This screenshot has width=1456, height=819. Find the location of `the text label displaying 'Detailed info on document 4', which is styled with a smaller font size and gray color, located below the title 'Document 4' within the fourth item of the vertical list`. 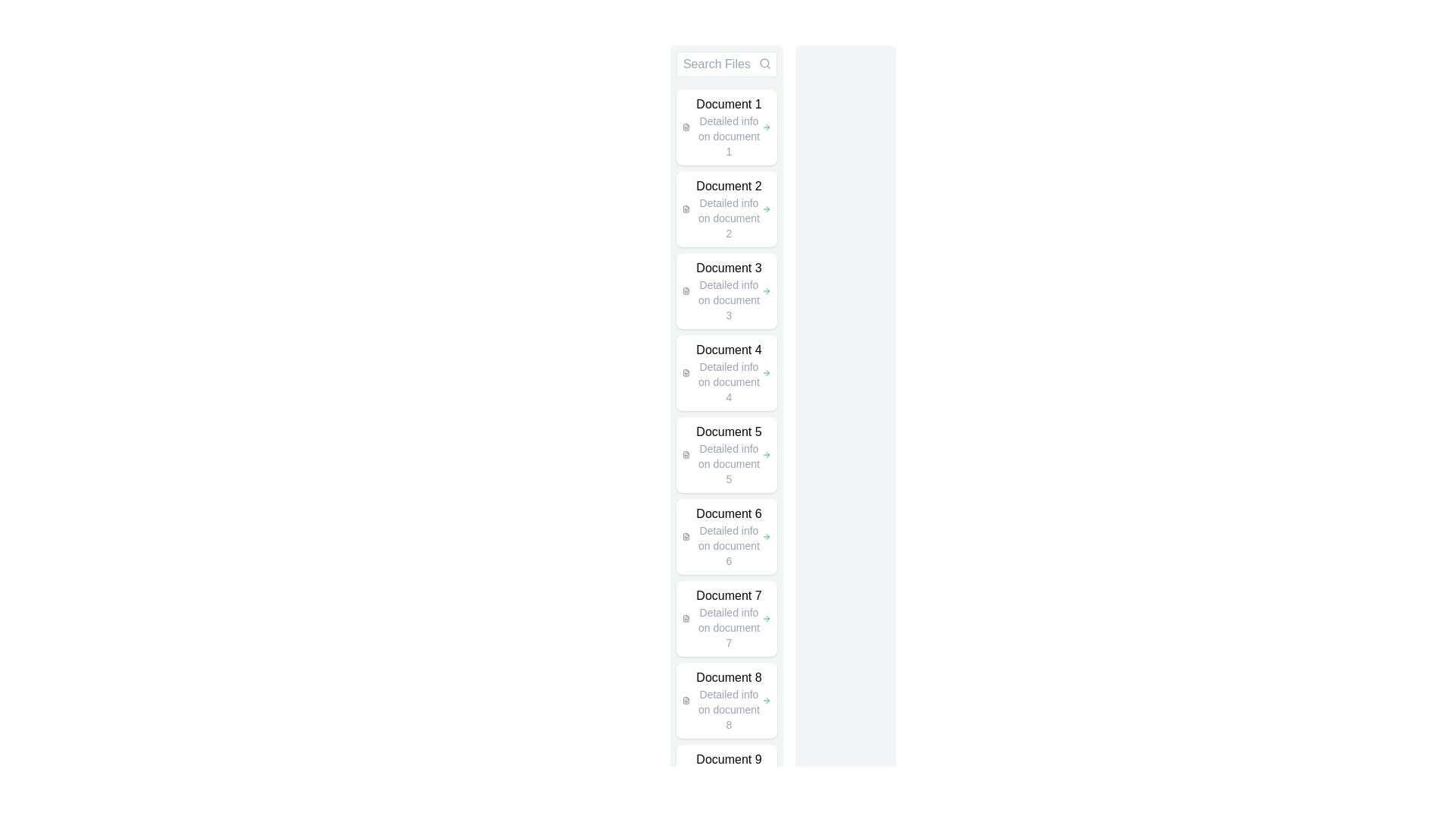

the text label displaying 'Detailed info on document 4', which is styled with a smaller font size and gray color, located below the title 'Document 4' within the fourth item of the vertical list is located at coordinates (729, 381).